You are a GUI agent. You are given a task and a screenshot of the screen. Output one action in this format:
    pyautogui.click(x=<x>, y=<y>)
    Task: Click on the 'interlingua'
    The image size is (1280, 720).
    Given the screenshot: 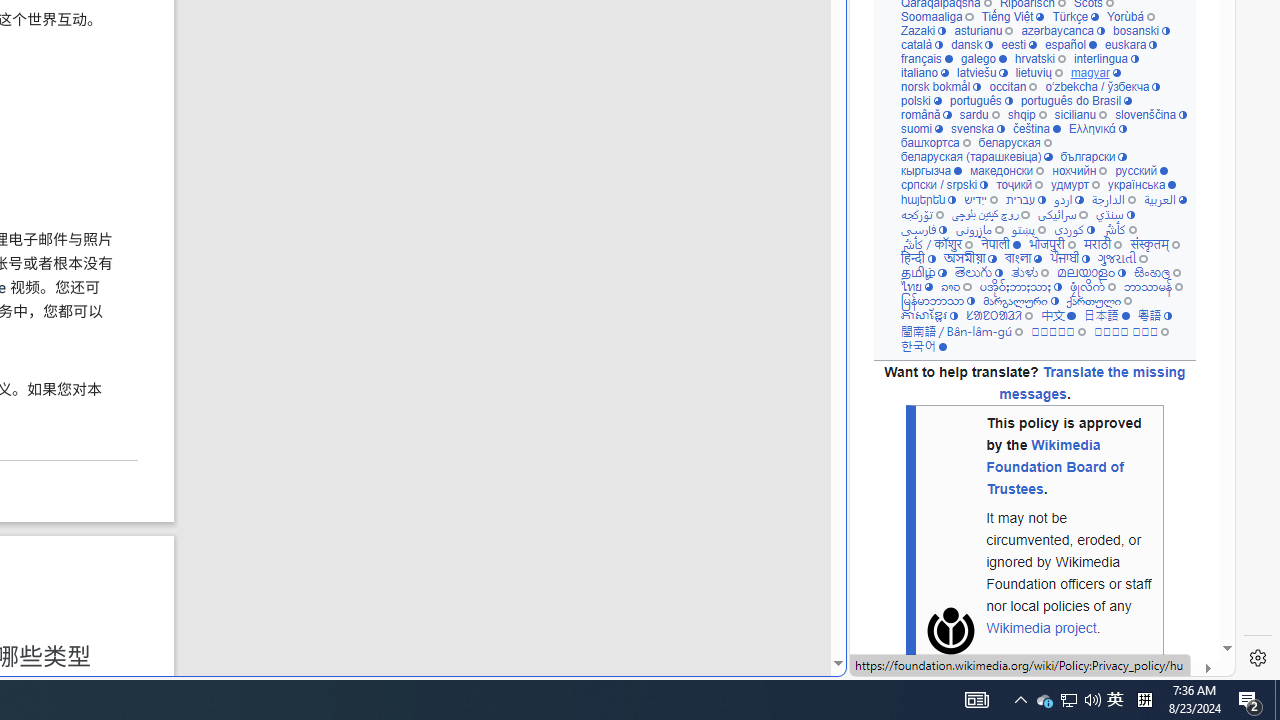 What is the action you would take?
    pyautogui.click(x=1105, y=58)
    